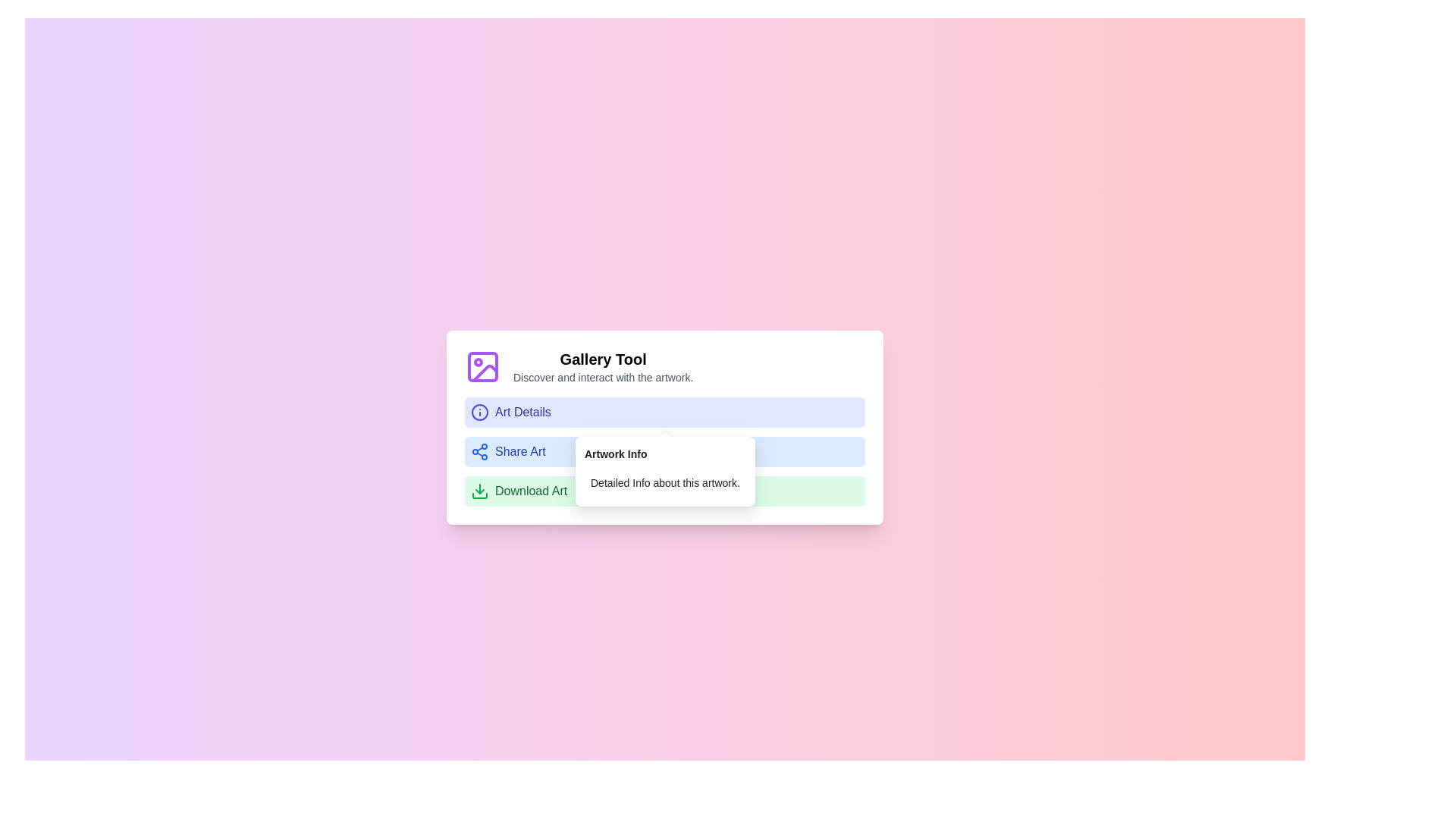 The height and width of the screenshot is (819, 1456). What do you see at coordinates (479, 491) in the screenshot?
I see `the green button labeled 'Download Art' which contains a green downward arrow download icon located at the bottom of the vertical menu` at bounding box center [479, 491].